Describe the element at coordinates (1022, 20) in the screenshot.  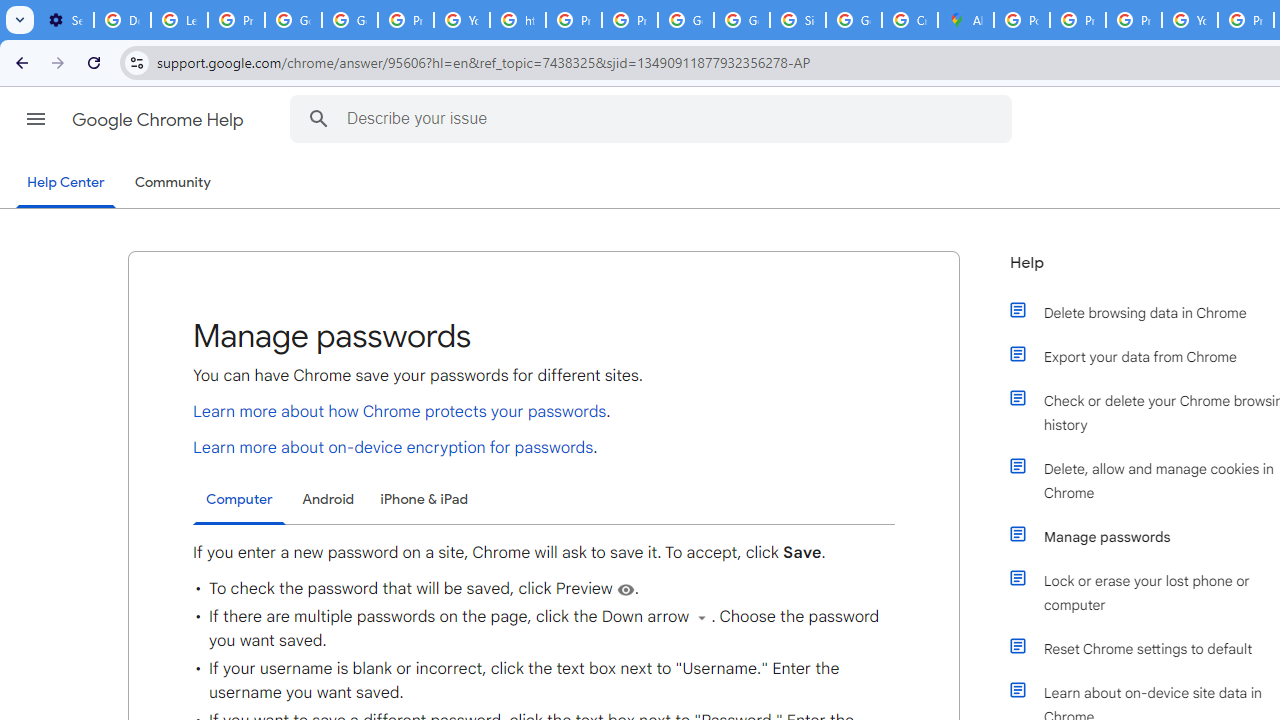
I see `'Policy Accountability and Transparency - Transparency Center'` at that location.